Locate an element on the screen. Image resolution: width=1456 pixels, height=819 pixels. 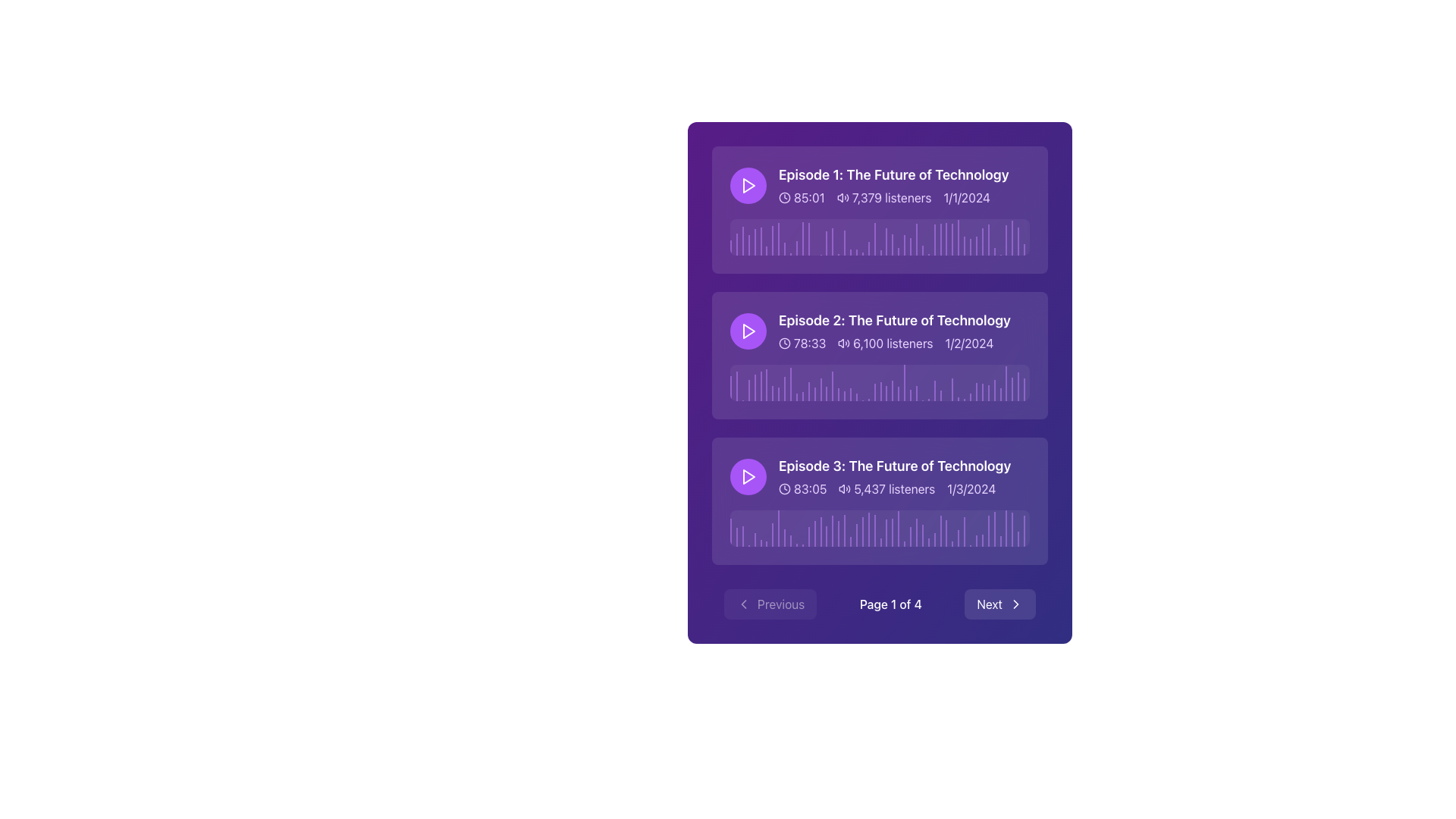
the text display element showing '5,437 listeners' with an audio icon on the left, situated on a dark purple background, part of the row for 'Episode 3: The Future of Technology' is located at coordinates (886, 488).